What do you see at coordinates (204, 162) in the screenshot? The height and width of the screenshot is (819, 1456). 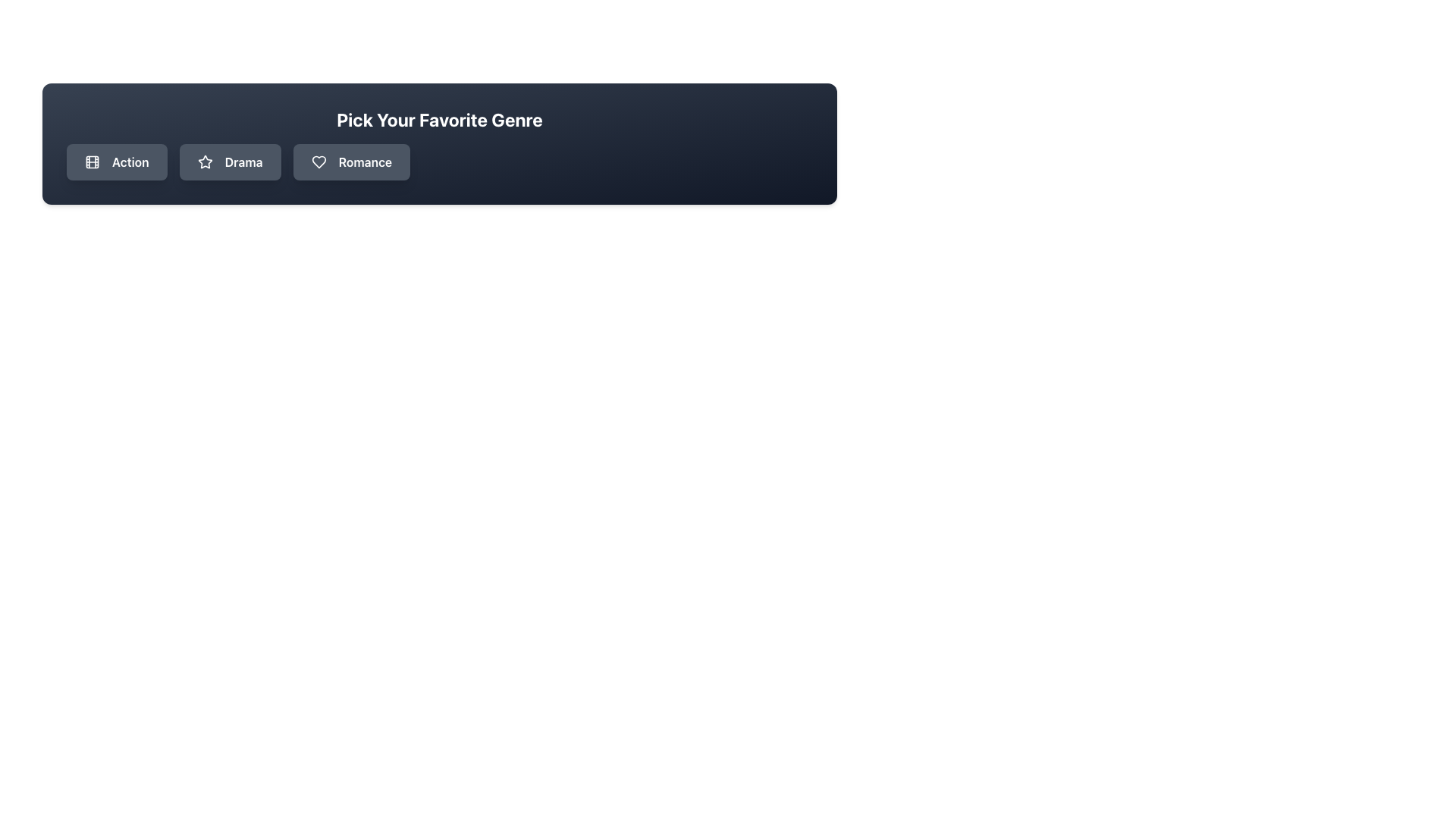 I see `the Icon representing the 'Drama' button, which is centrally located among three genre buttons ('Action', 'Drama', 'Romance') in the 'Pick Your Favorite Genre' section` at bounding box center [204, 162].